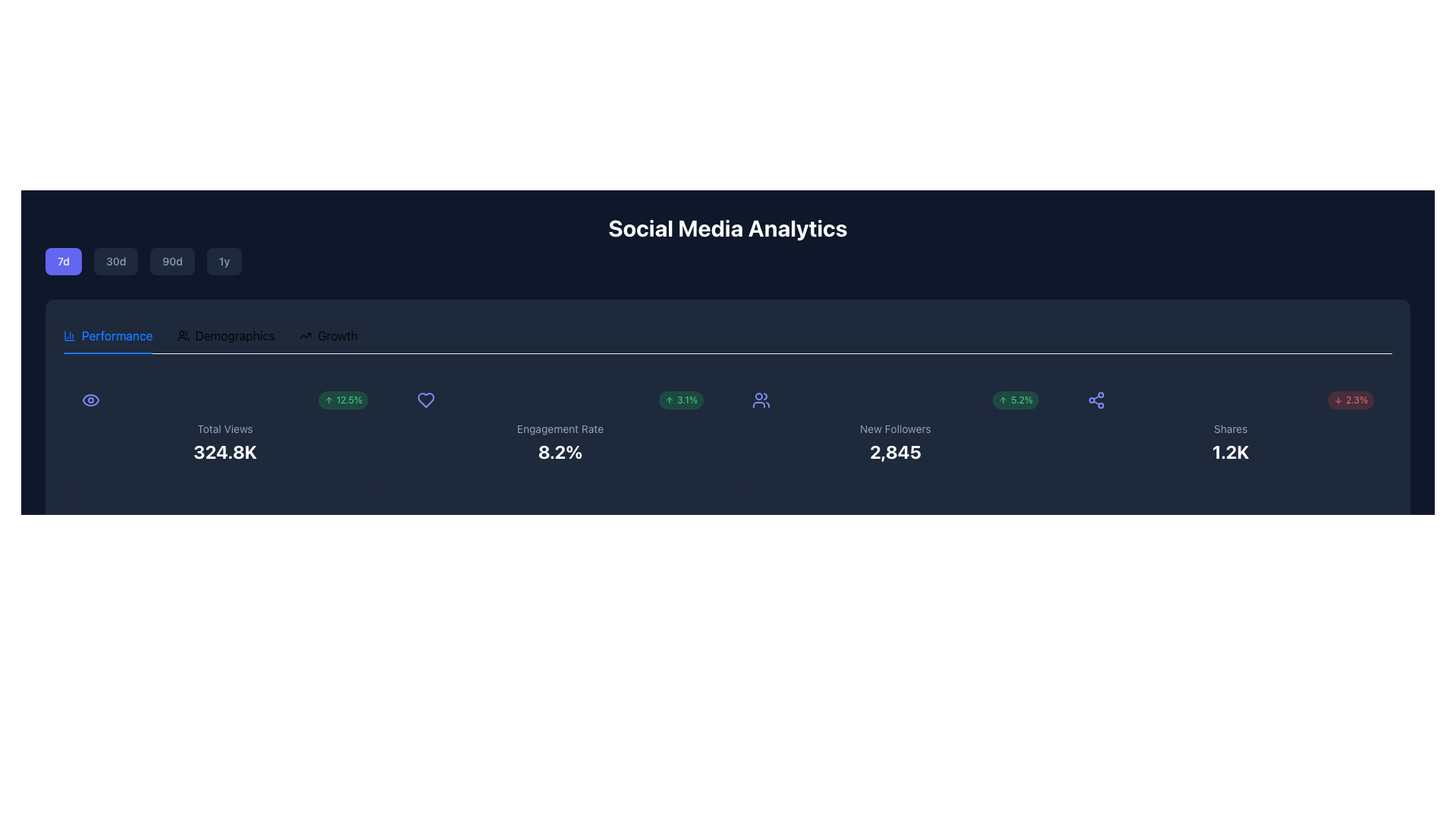 The width and height of the screenshot is (1456, 819). I want to click on the stylized eye icon in the performance section of the dashboard, so click(90, 400).